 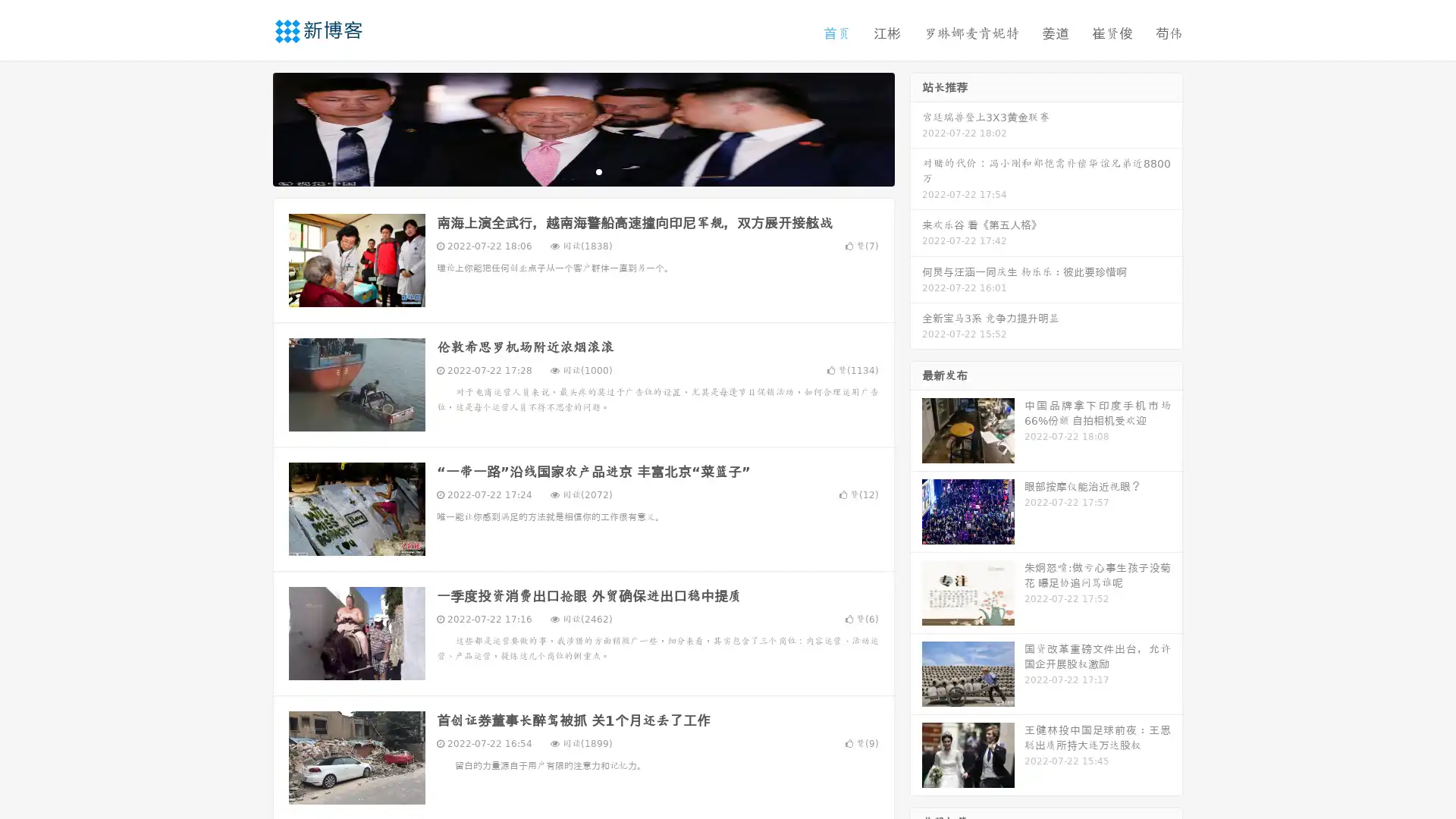 What do you see at coordinates (582, 171) in the screenshot?
I see `Go to slide 2` at bounding box center [582, 171].